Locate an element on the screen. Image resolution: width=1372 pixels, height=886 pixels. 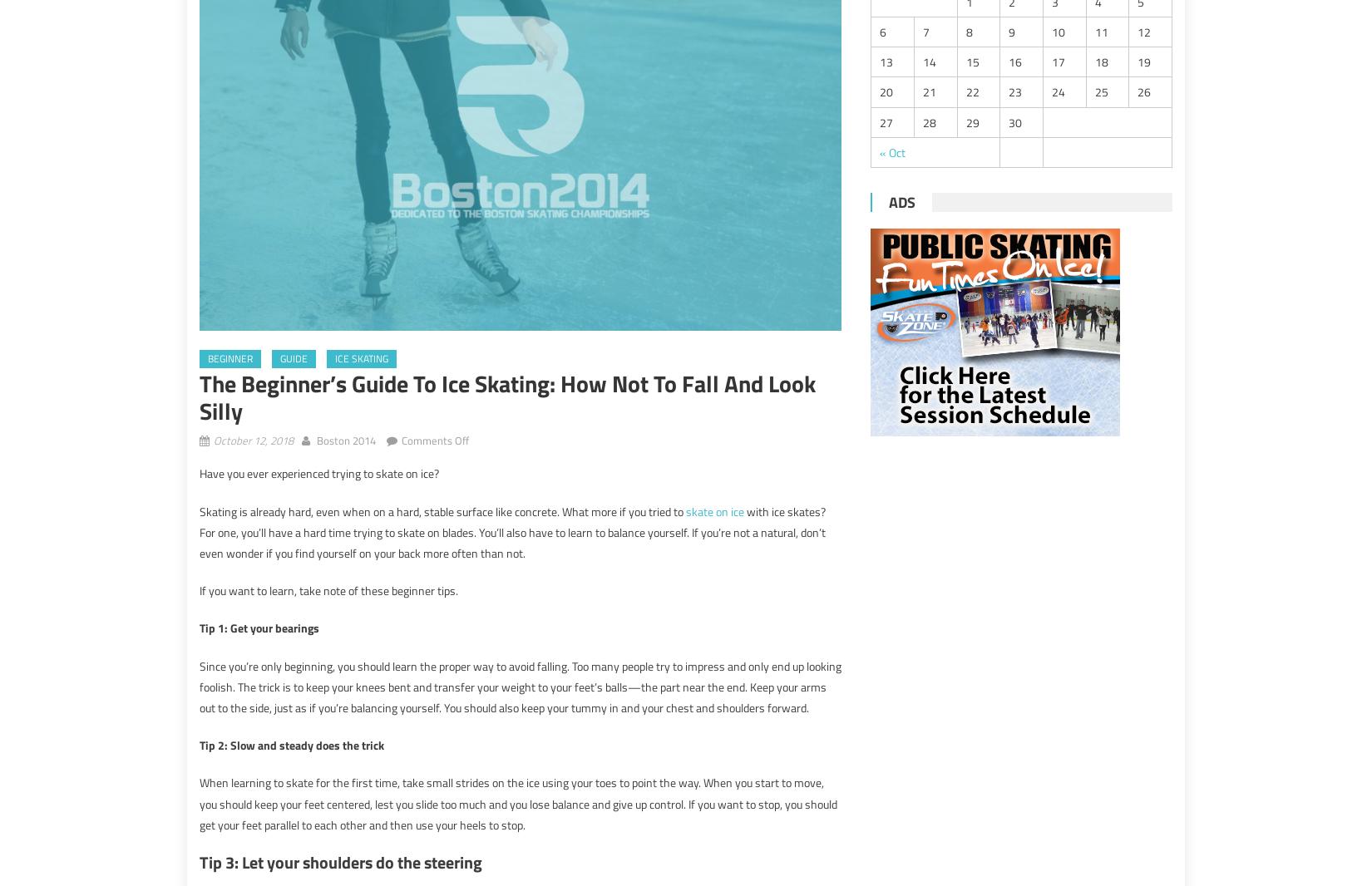
'14' is located at coordinates (929, 61).